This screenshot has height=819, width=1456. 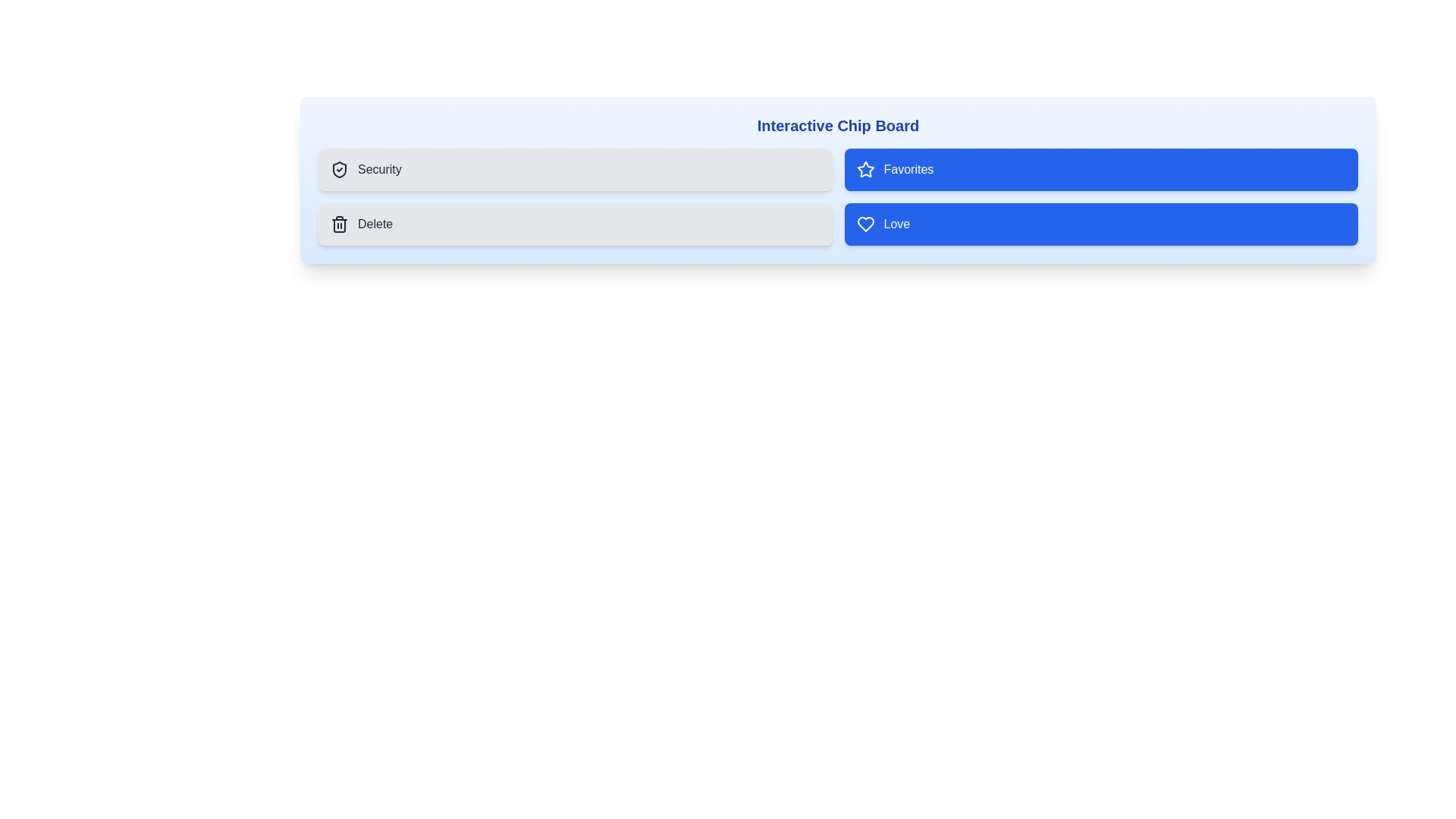 I want to click on the chip labeled Delete to observe the hover effect, so click(x=574, y=224).